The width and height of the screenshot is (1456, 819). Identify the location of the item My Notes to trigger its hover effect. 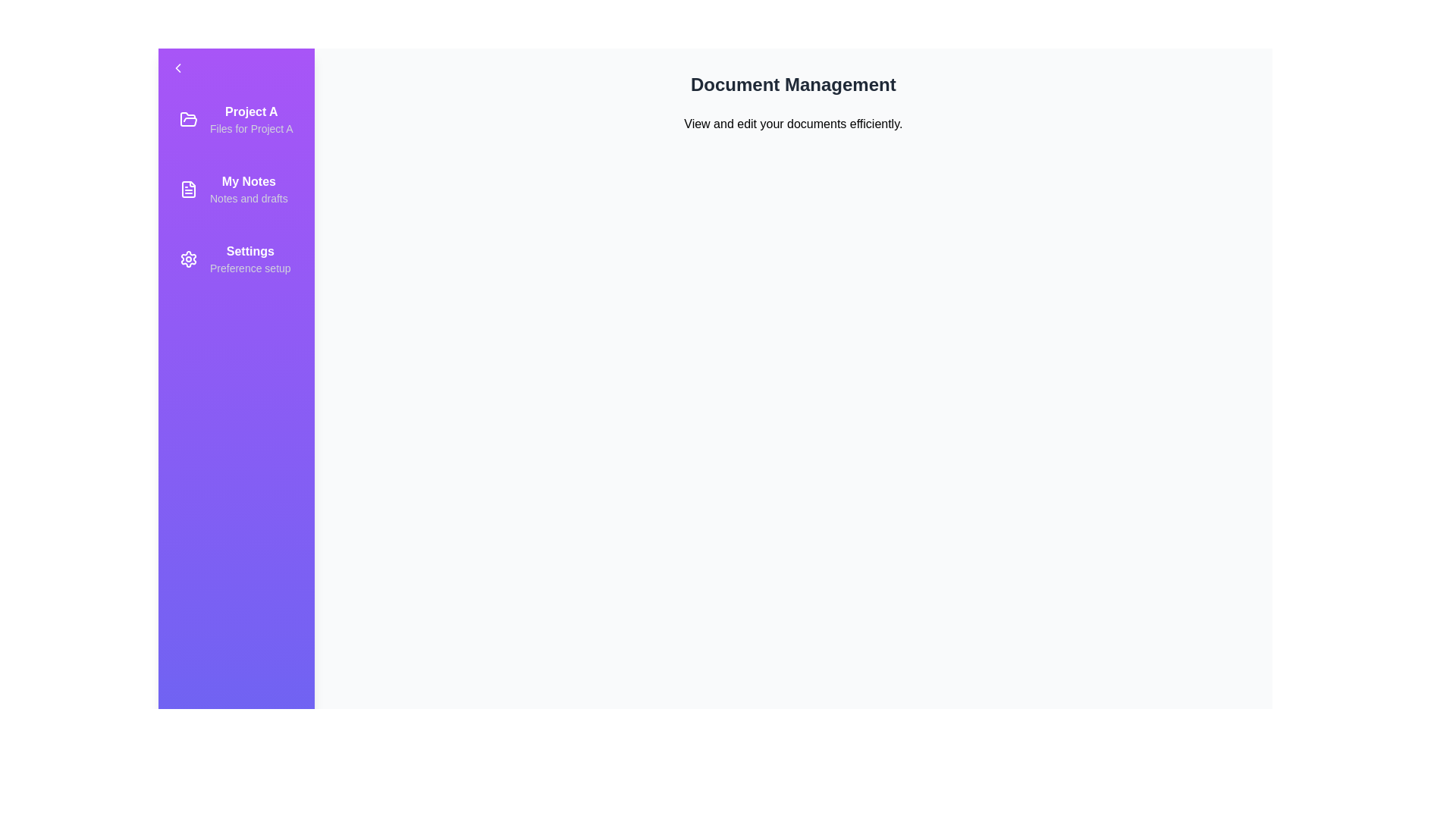
(235, 189).